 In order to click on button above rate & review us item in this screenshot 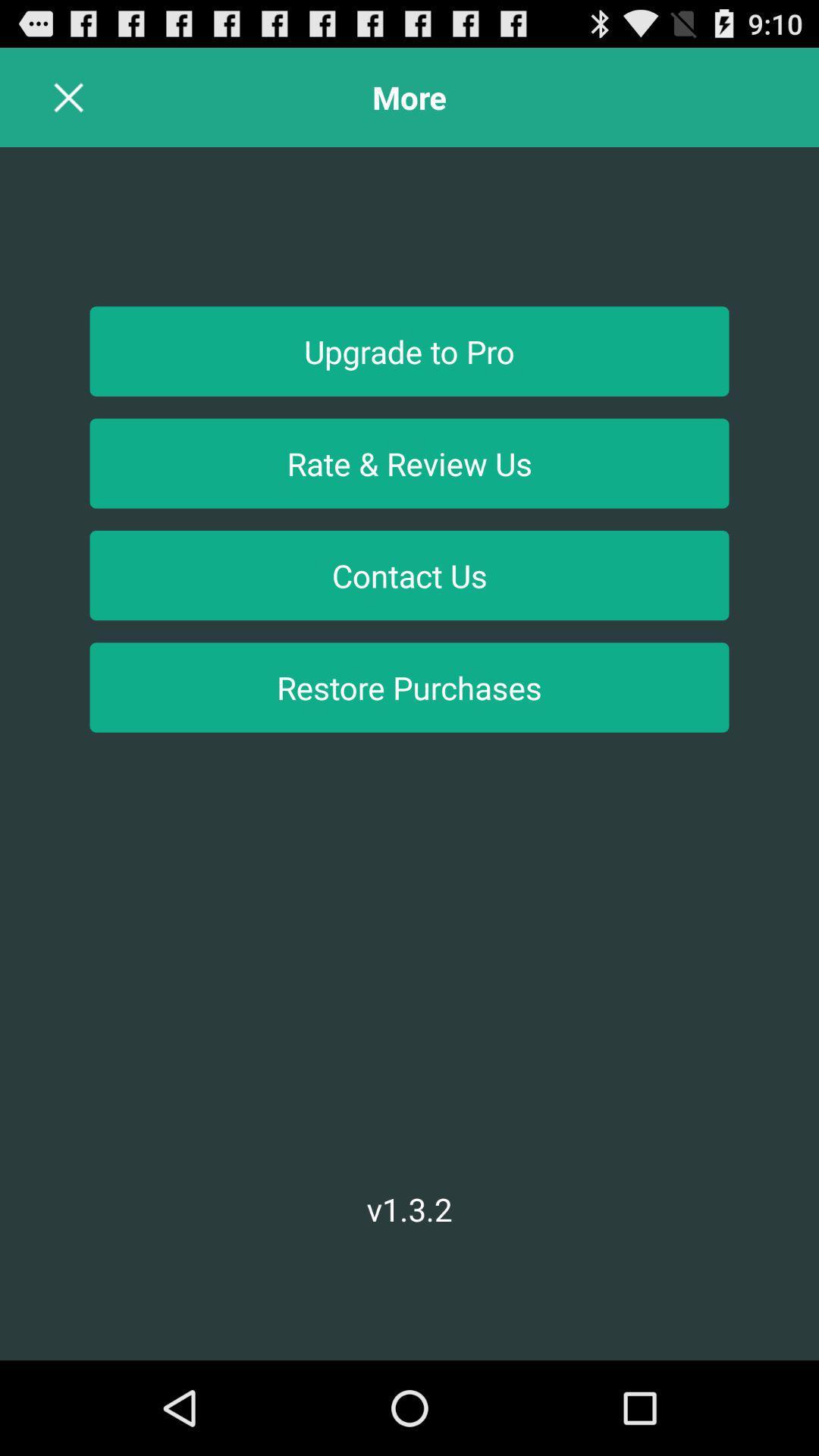, I will do `click(409, 350)`.